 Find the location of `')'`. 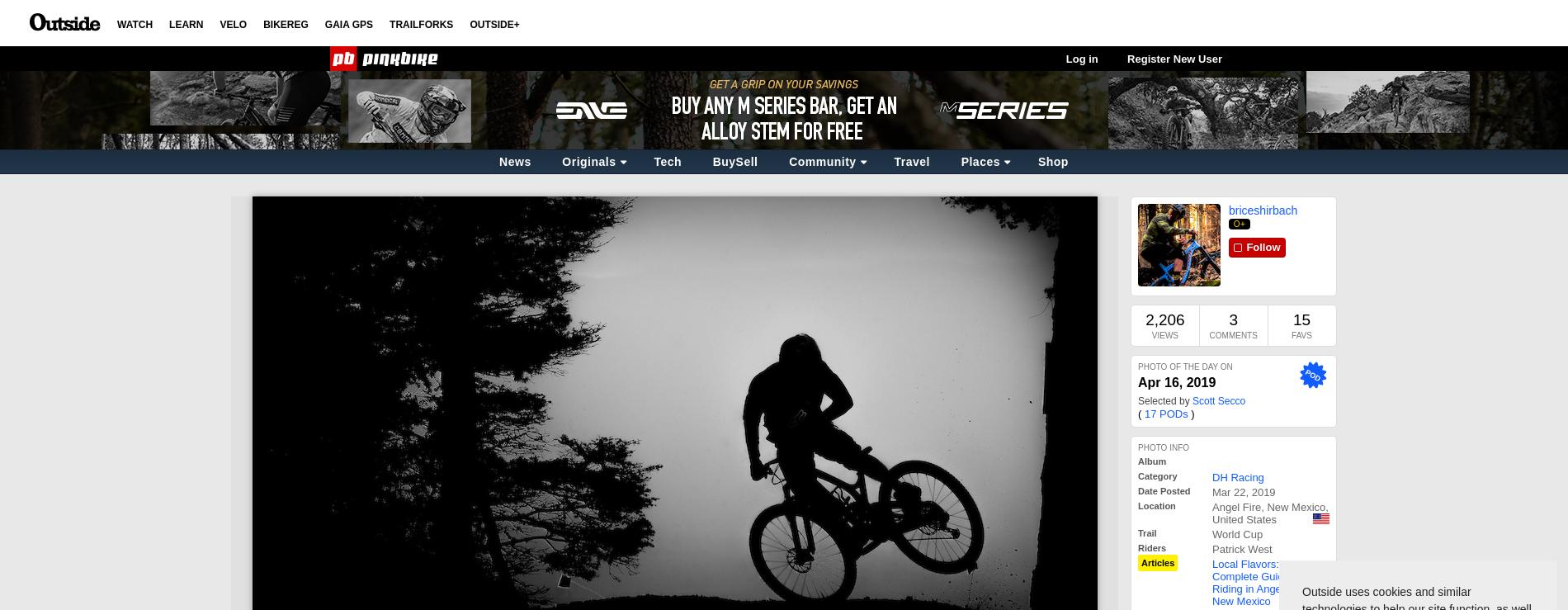

')' is located at coordinates (1191, 413).